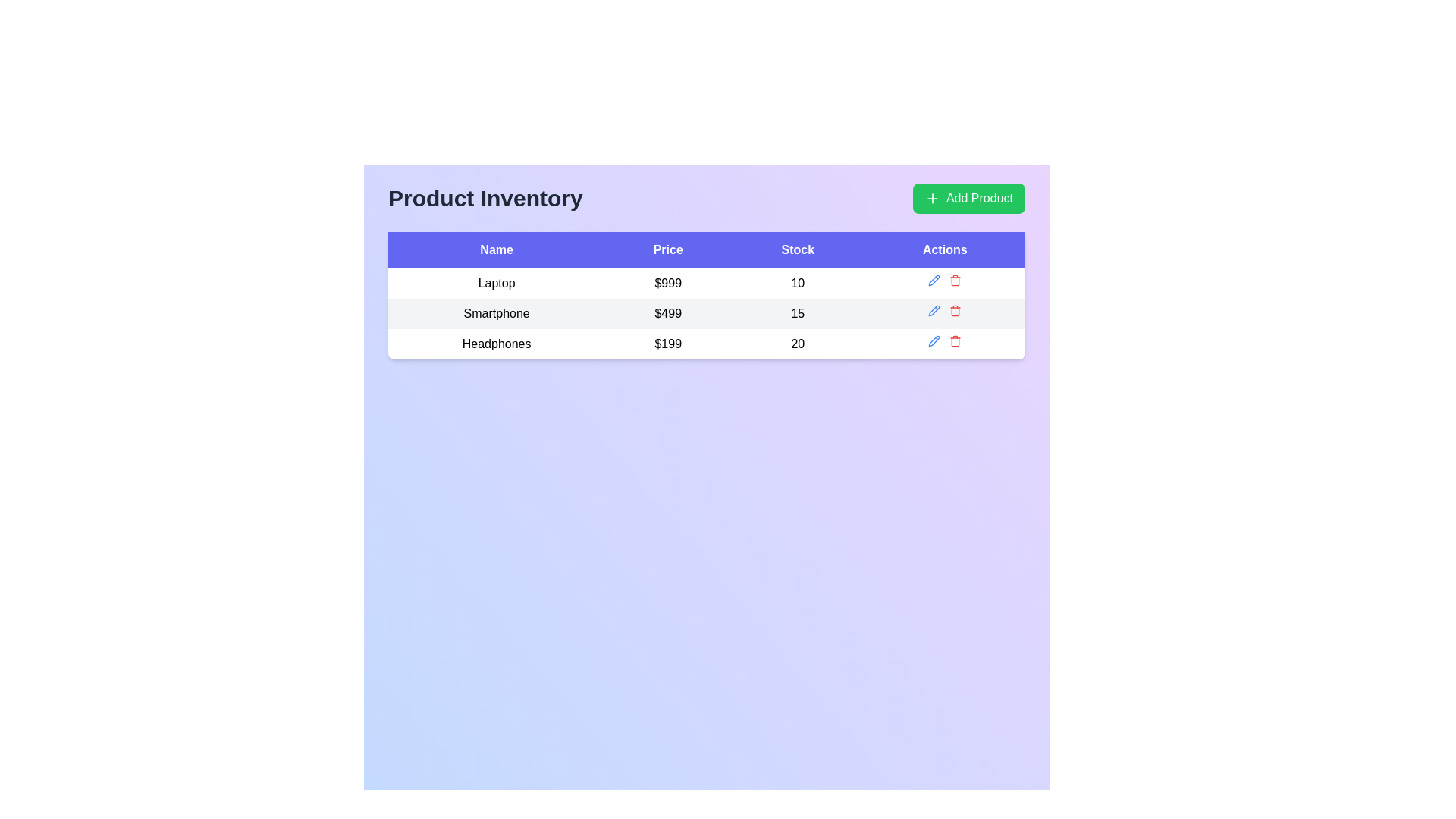 The width and height of the screenshot is (1456, 819). Describe the element at coordinates (944, 281) in the screenshot. I see `the interactive icons within the Action Group located in the rightmost column labeled 'Actions' of the first row for the 'Laptop' item` at that location.